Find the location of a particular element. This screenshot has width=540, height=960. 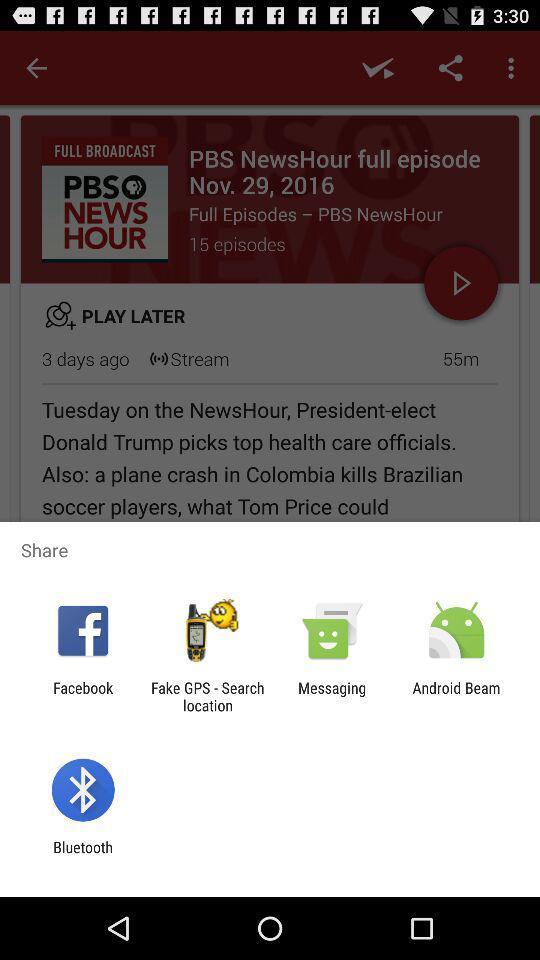

the item next to messaging app is located at coordinates (456, 696).